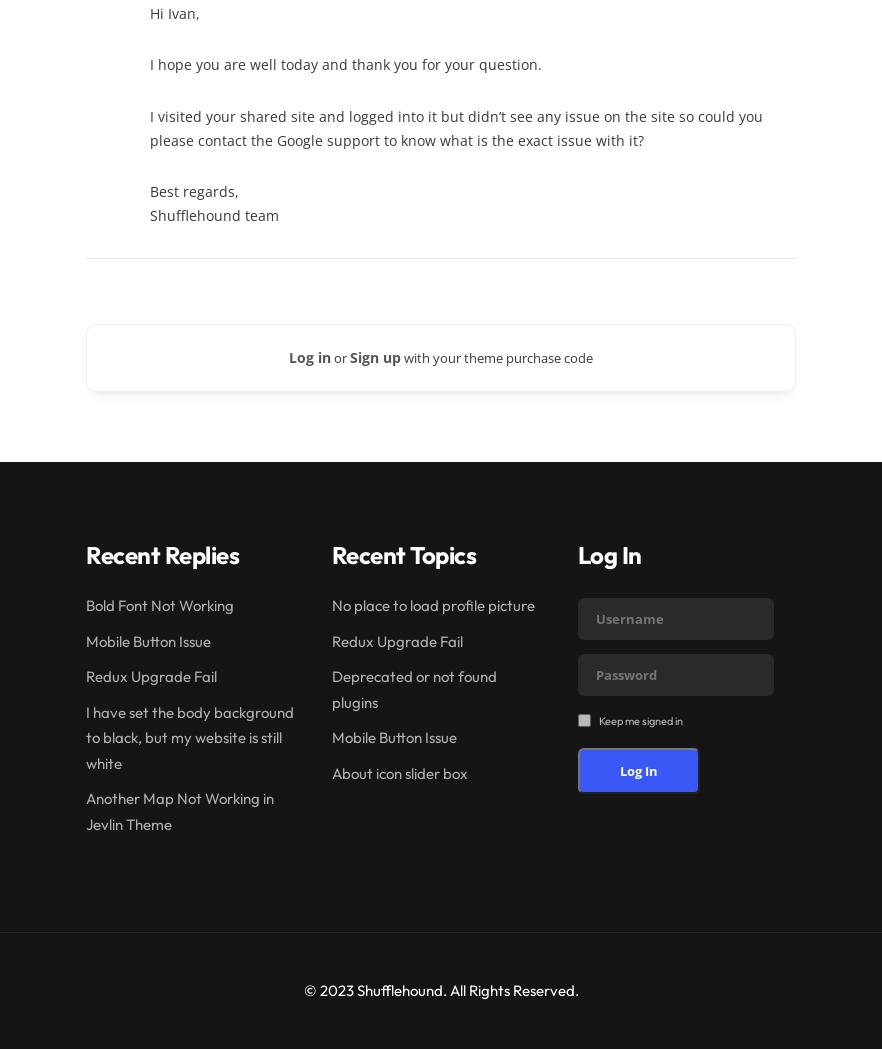  What do you see at coordinates (194, 190) in the screenshot?
I see `'Best regards,'` at bounding box center [194, 190].